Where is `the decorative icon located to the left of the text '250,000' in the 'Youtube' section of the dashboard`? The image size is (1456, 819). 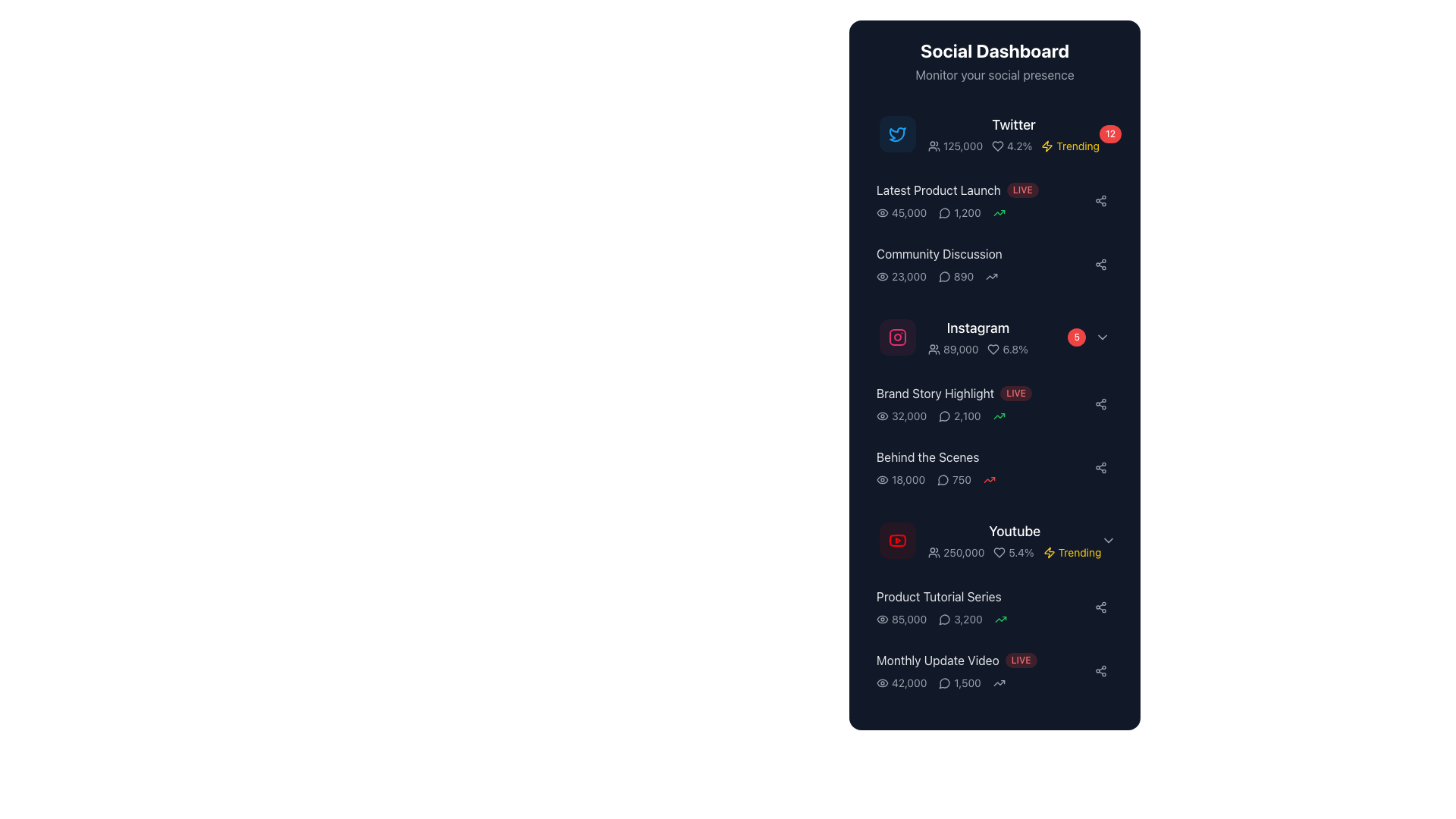
the decorative icon located to the left of the text '250,000' in the 'Youtube' section of the dashboard is located at coordinates (934, 553).